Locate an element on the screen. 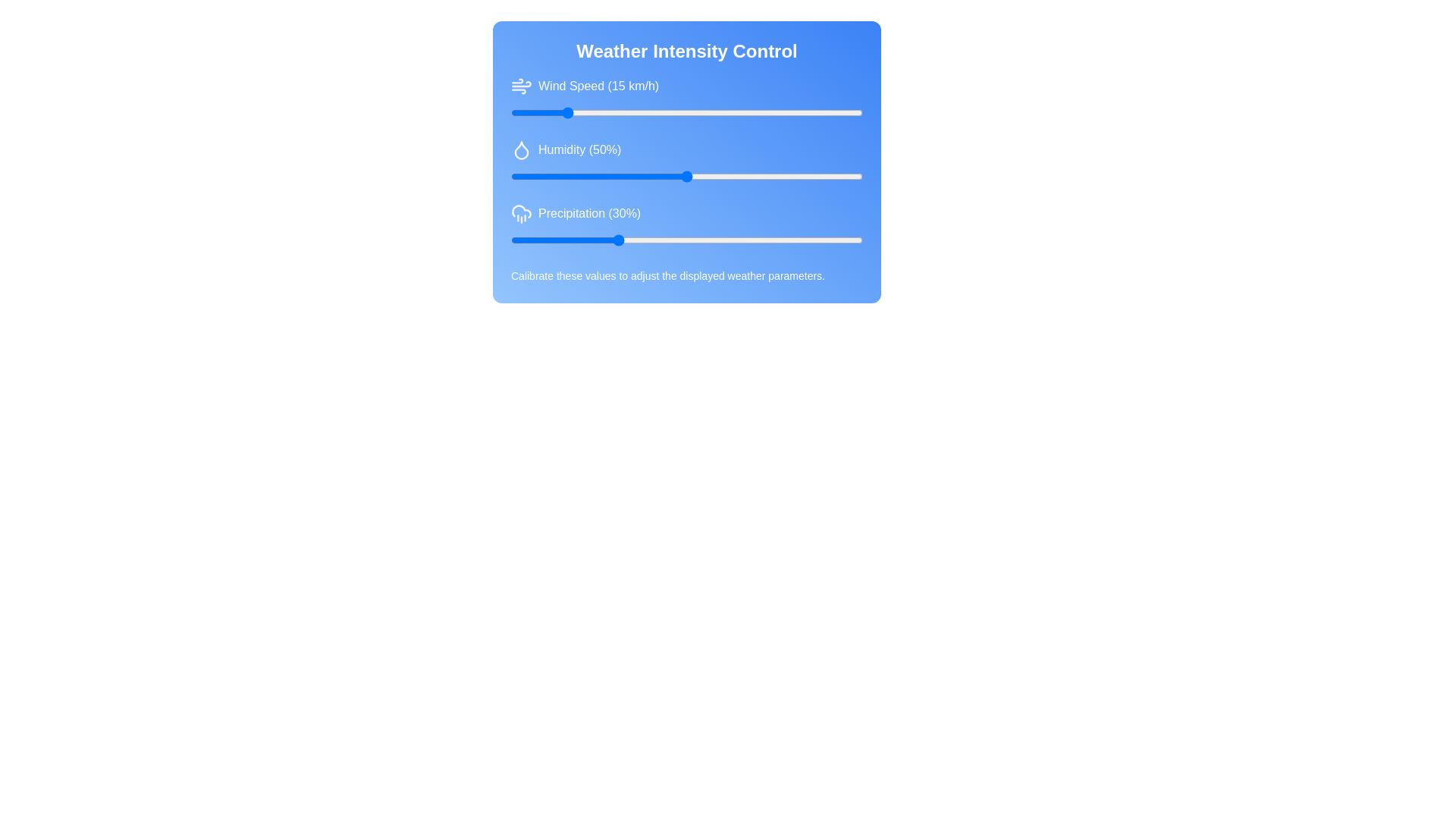  the wind speed is located at coordinates (521, 112).